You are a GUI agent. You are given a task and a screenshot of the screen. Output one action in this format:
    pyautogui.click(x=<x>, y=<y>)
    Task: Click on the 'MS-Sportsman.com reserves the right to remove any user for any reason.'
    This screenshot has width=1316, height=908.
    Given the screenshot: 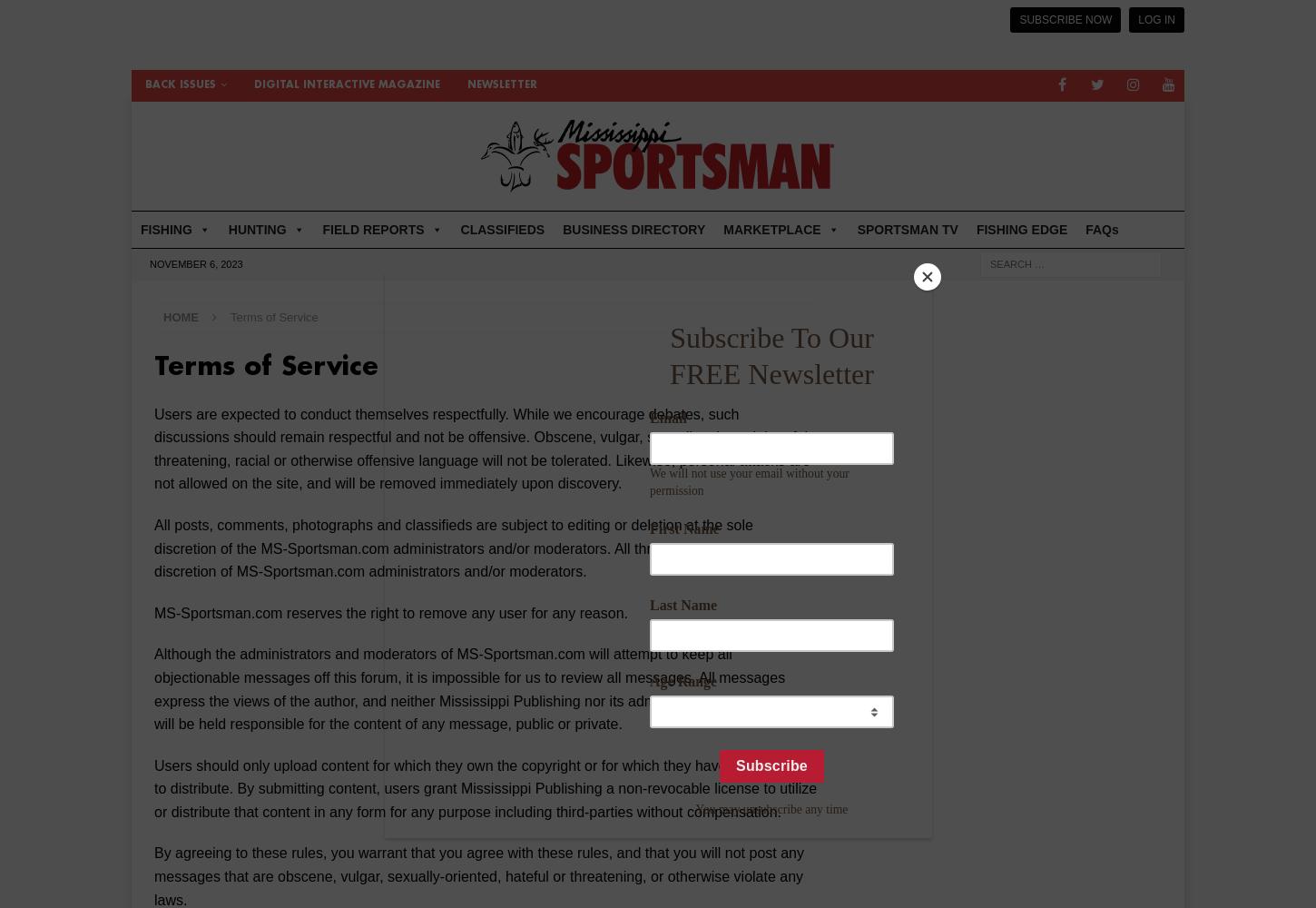 What is the action you would take?
    pyautogui.click(x=389, y=612)
    